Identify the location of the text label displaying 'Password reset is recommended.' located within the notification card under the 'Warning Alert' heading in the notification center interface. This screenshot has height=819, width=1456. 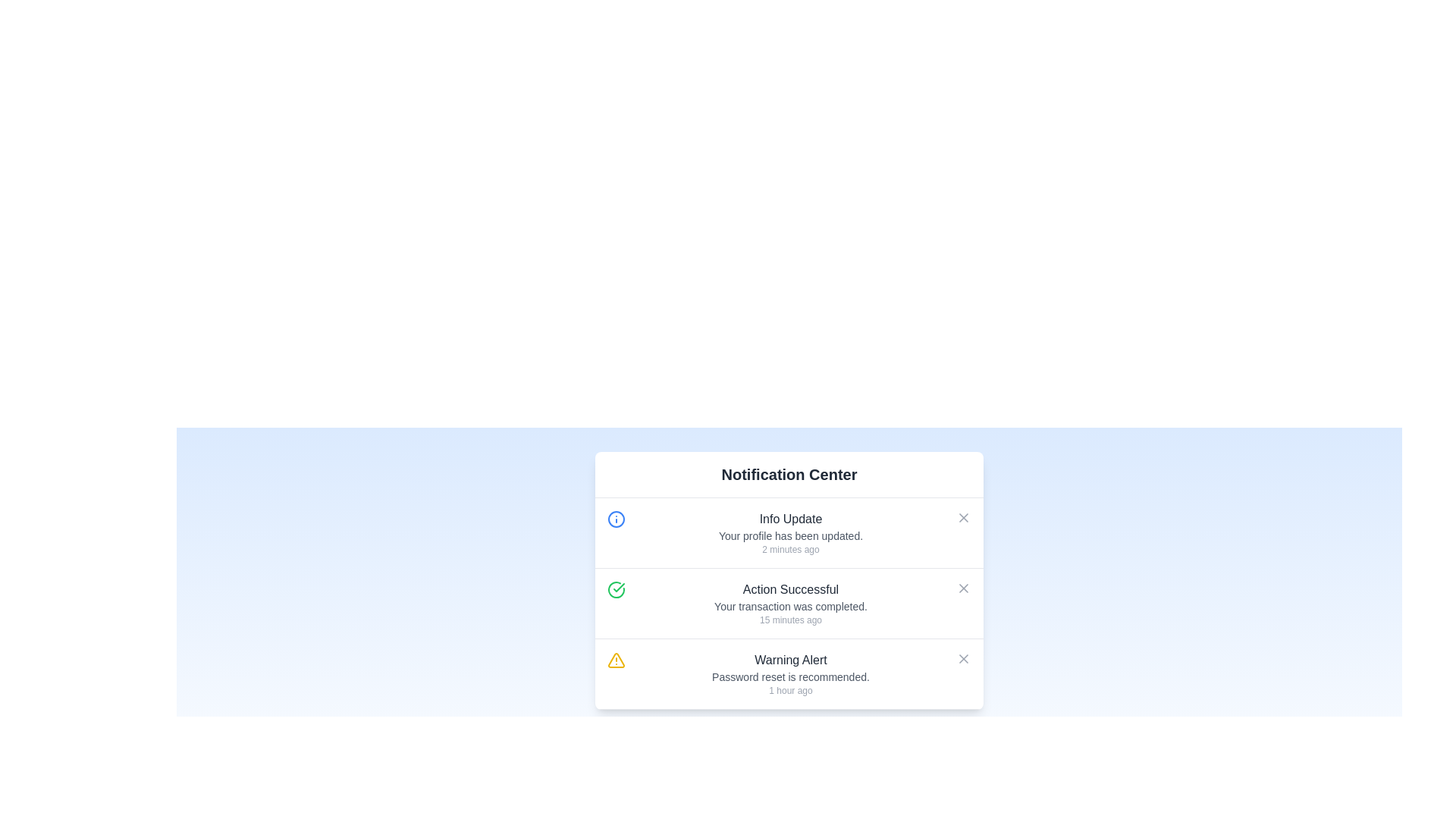
(789, 676).